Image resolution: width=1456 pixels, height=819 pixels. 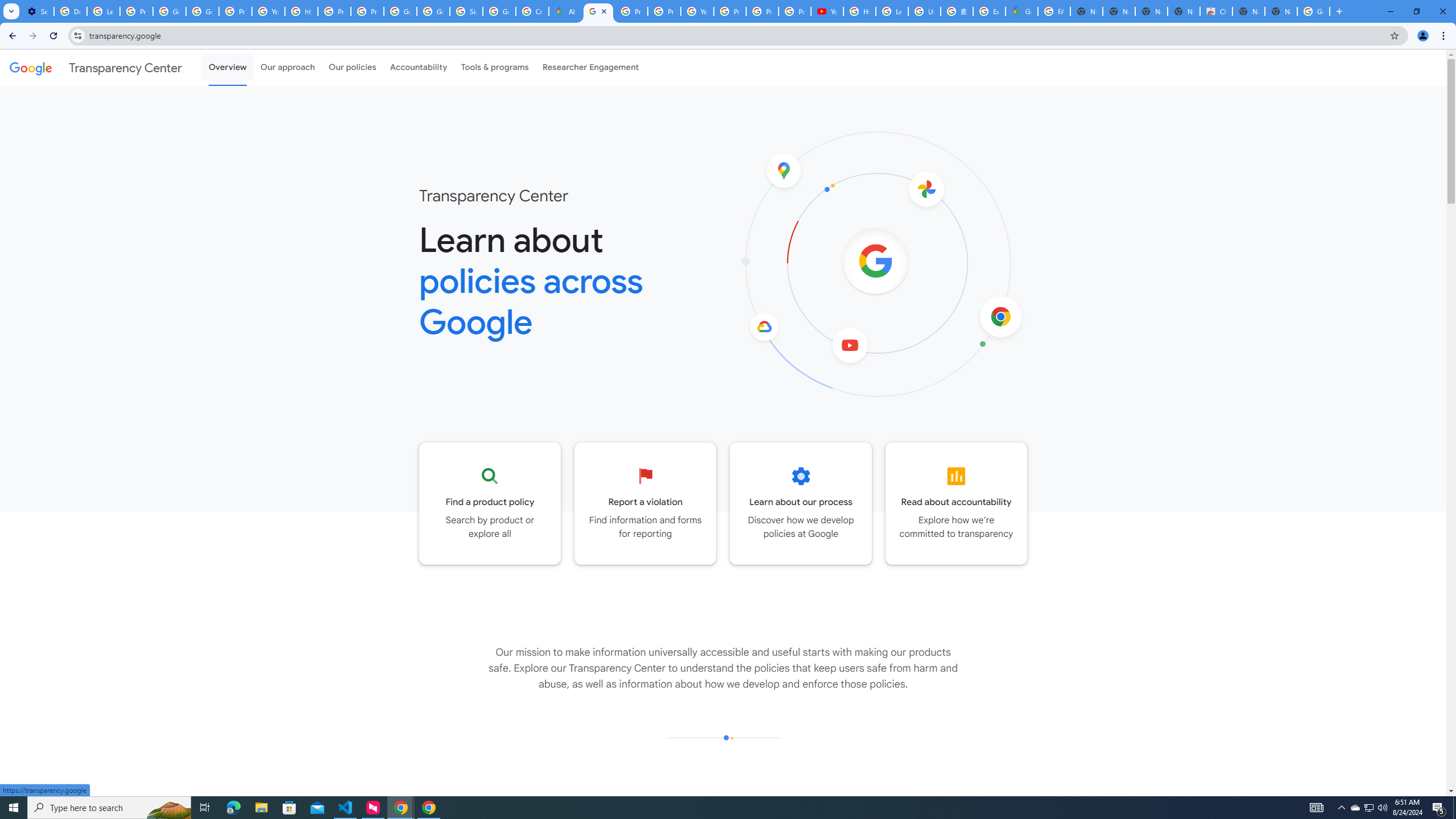 I want to click on 'Privacy Help Center - Policies Help', so click(x=630, y=11).